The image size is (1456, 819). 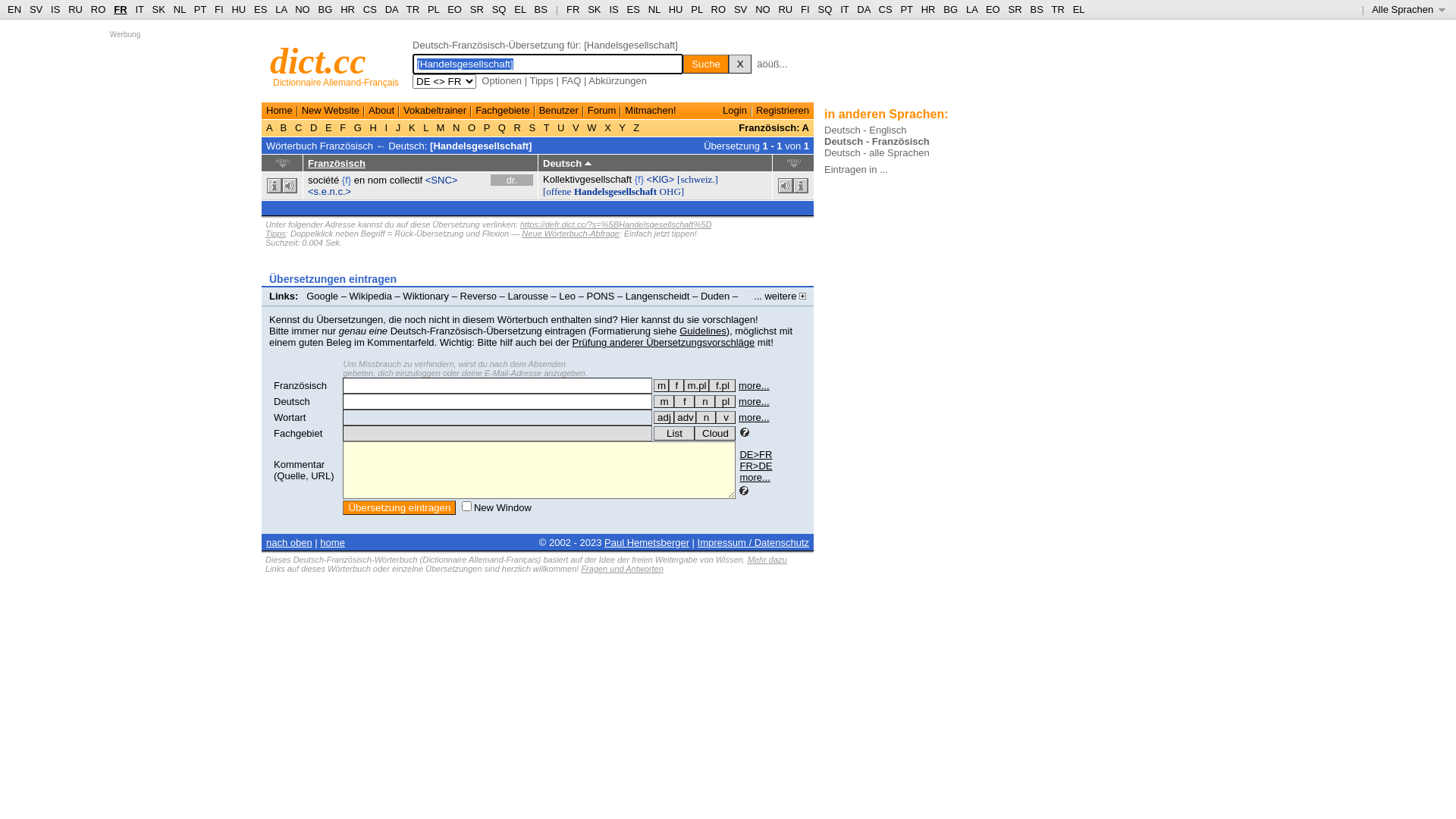 What do you see at coordinates (403, 109) in the screenshot?
I see `'Vokabeltrainer'` at bounding box center [403, 109].